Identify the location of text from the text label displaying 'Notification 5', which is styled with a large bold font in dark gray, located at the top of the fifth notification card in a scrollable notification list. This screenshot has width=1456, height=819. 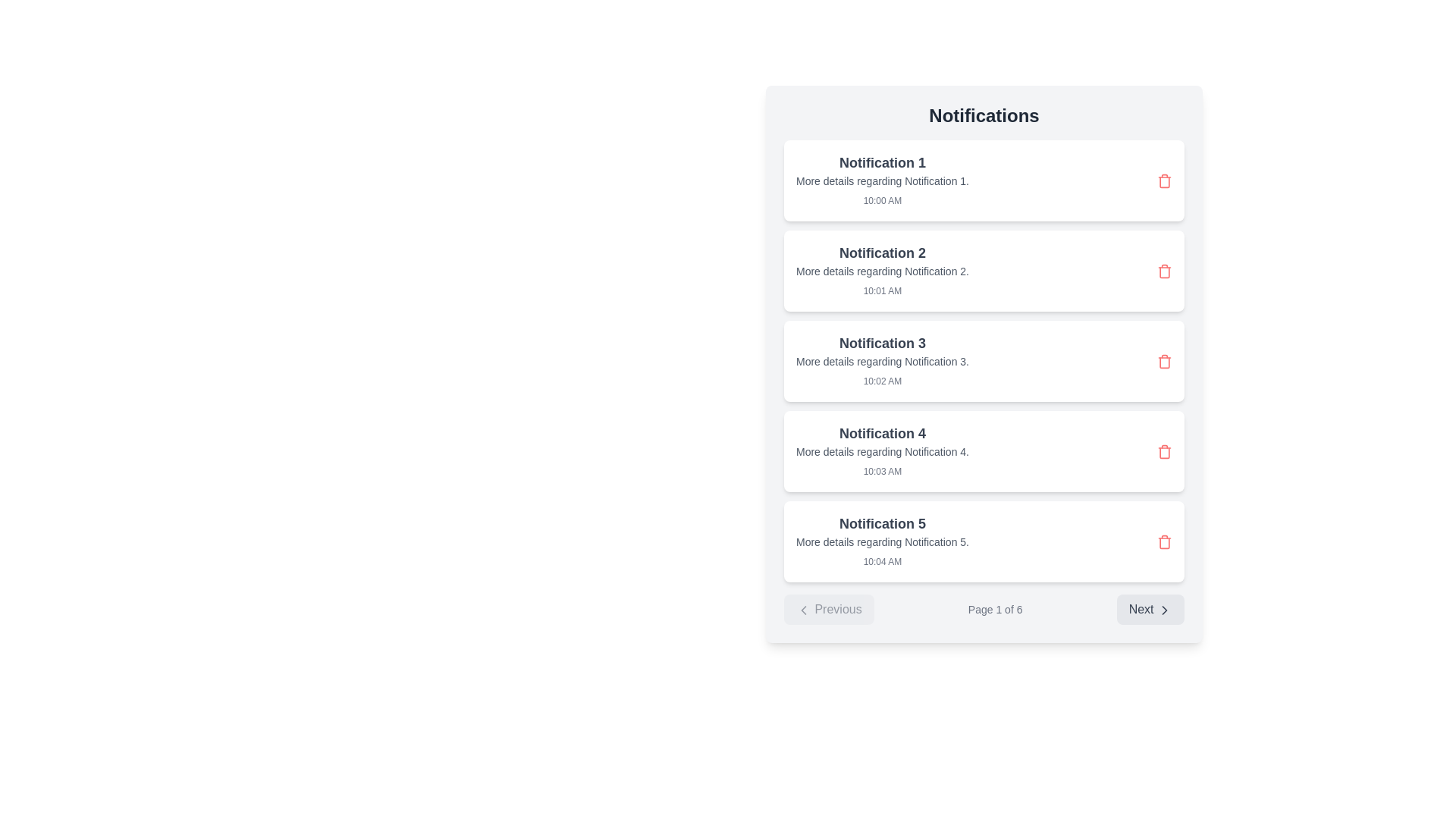
(883, 522).